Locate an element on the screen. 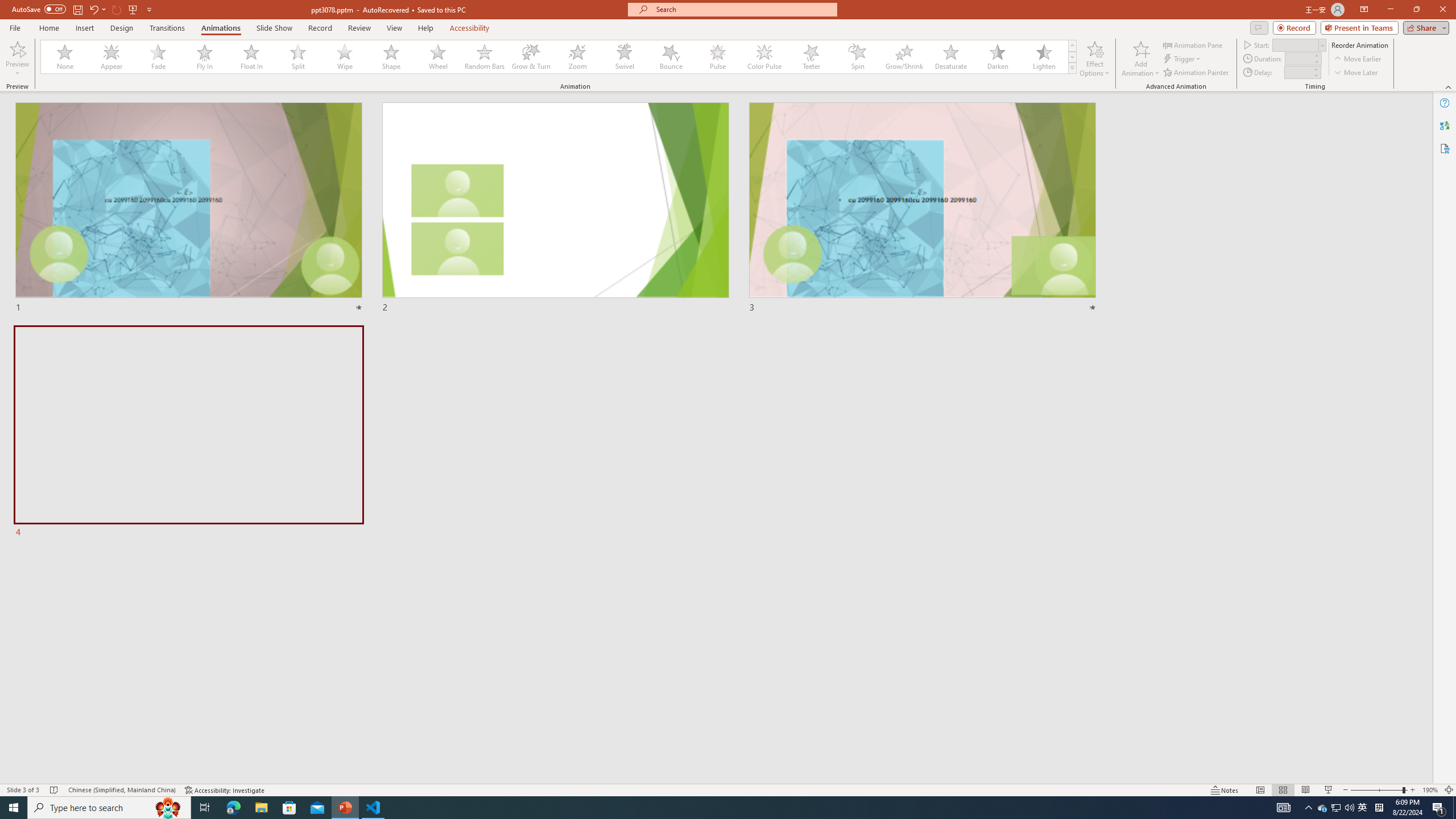 The height and width of the screenshot is (819, 1456). 'Pulse' is located at coordinates (717, 56).